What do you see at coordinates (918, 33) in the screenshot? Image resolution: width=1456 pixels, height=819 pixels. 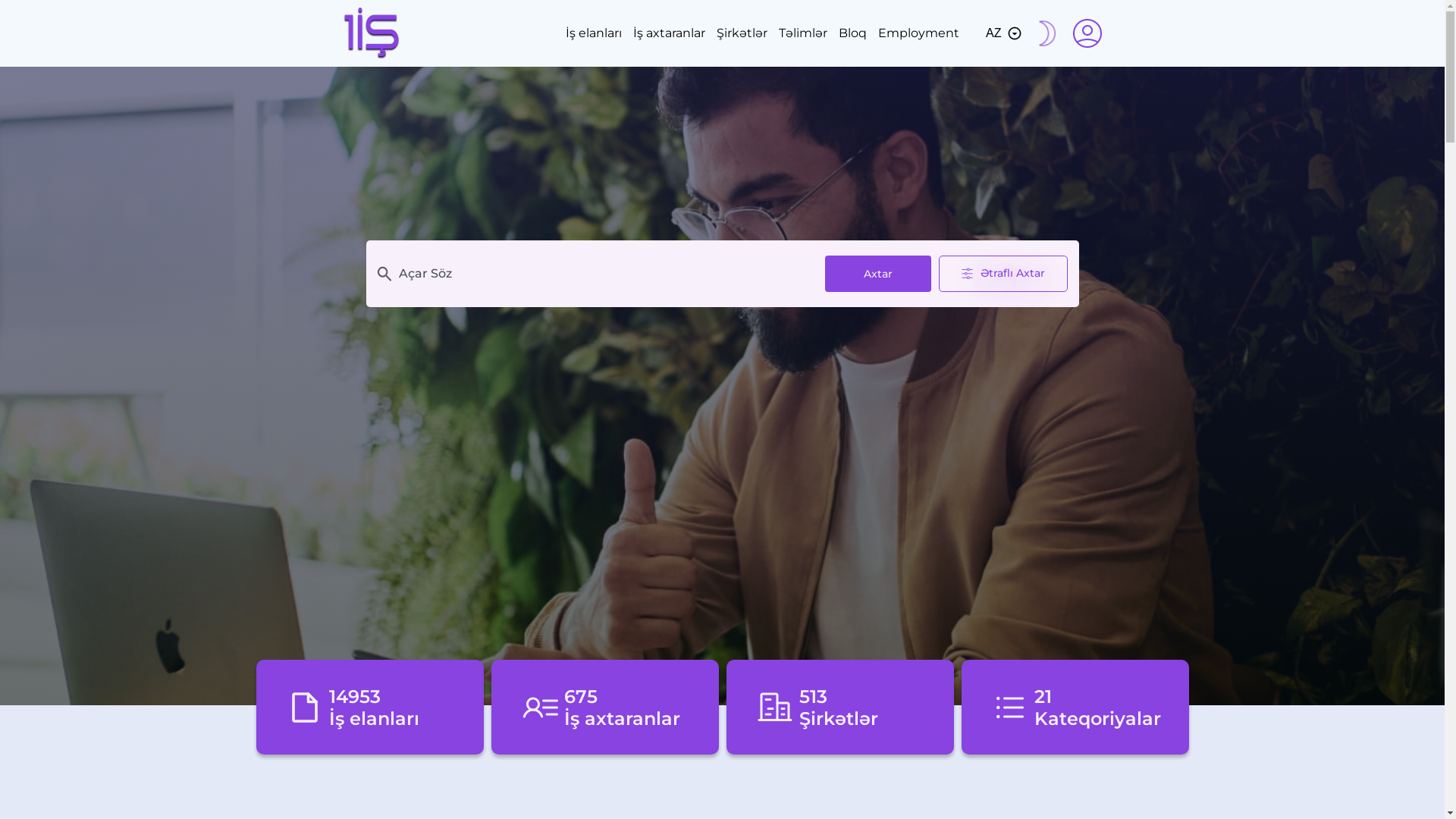 I see `'Employment'` at bounding box center [918, 33].